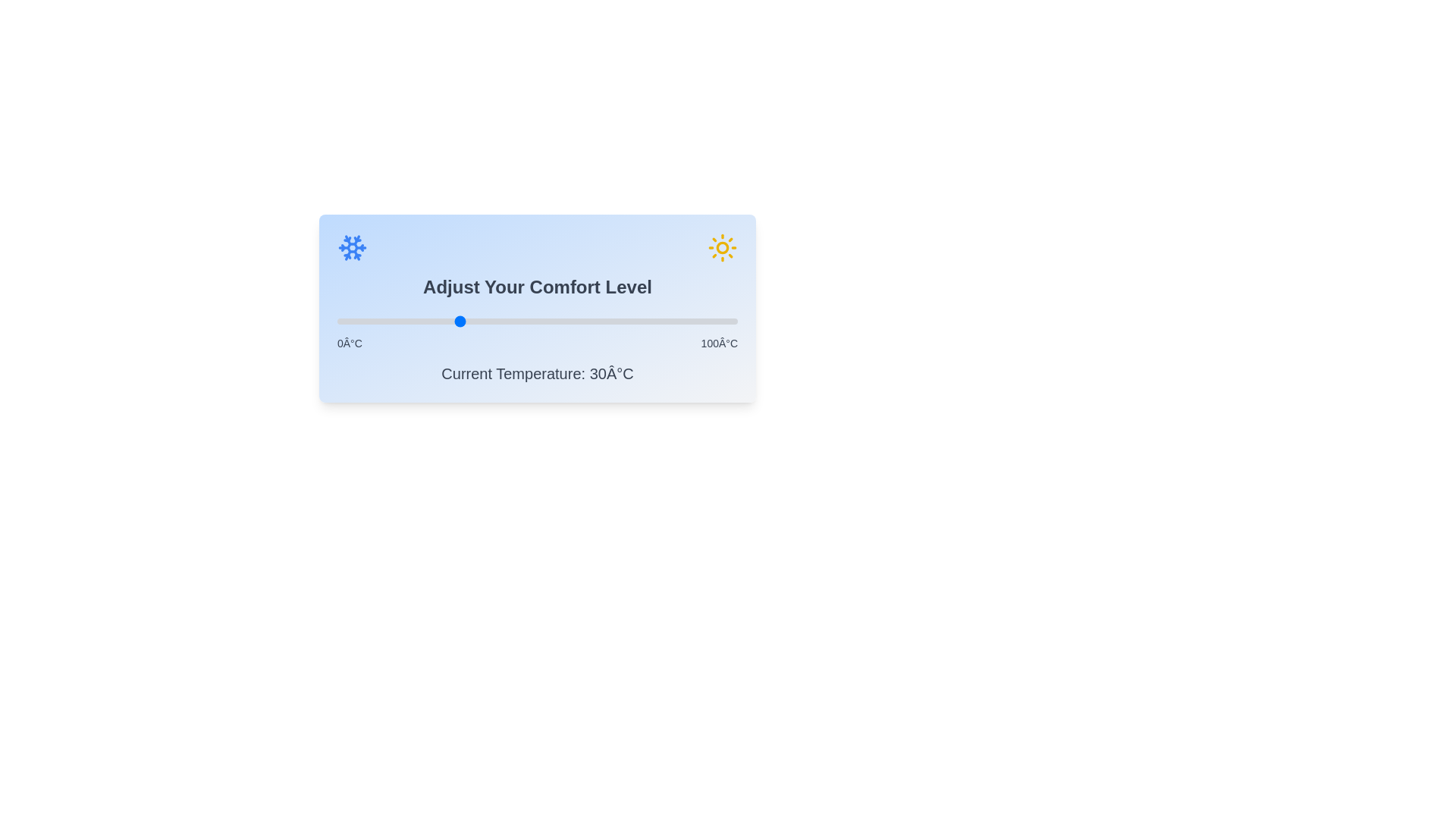 The image size is (1456, 819). Describe the element at coordinates (421, 321) in the screenshot. I see `the comfort level slider to set the temperature to 21 degrees Celsius` at that location.